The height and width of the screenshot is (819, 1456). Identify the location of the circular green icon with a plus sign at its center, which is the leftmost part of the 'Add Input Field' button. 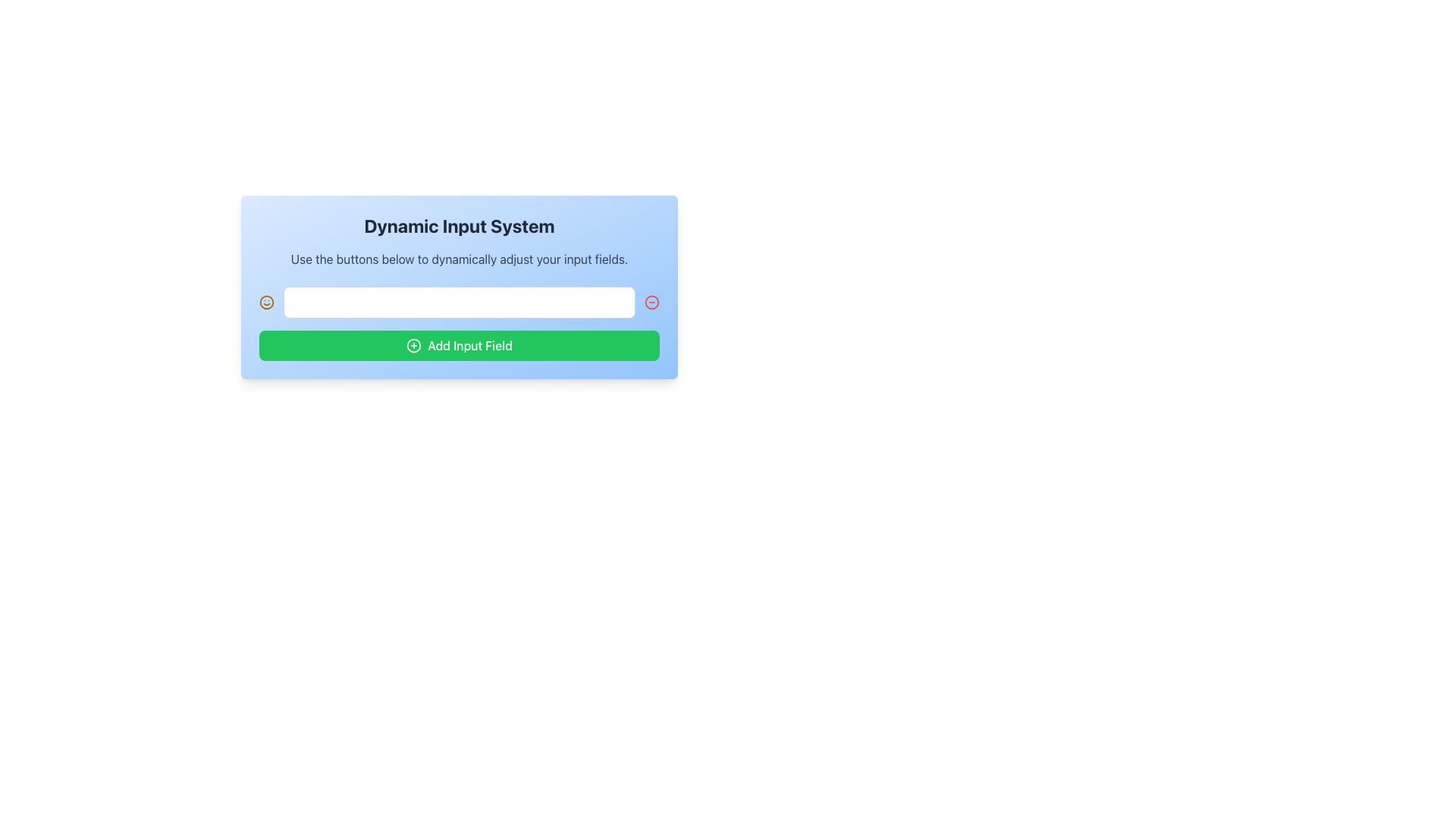
(414, 345).